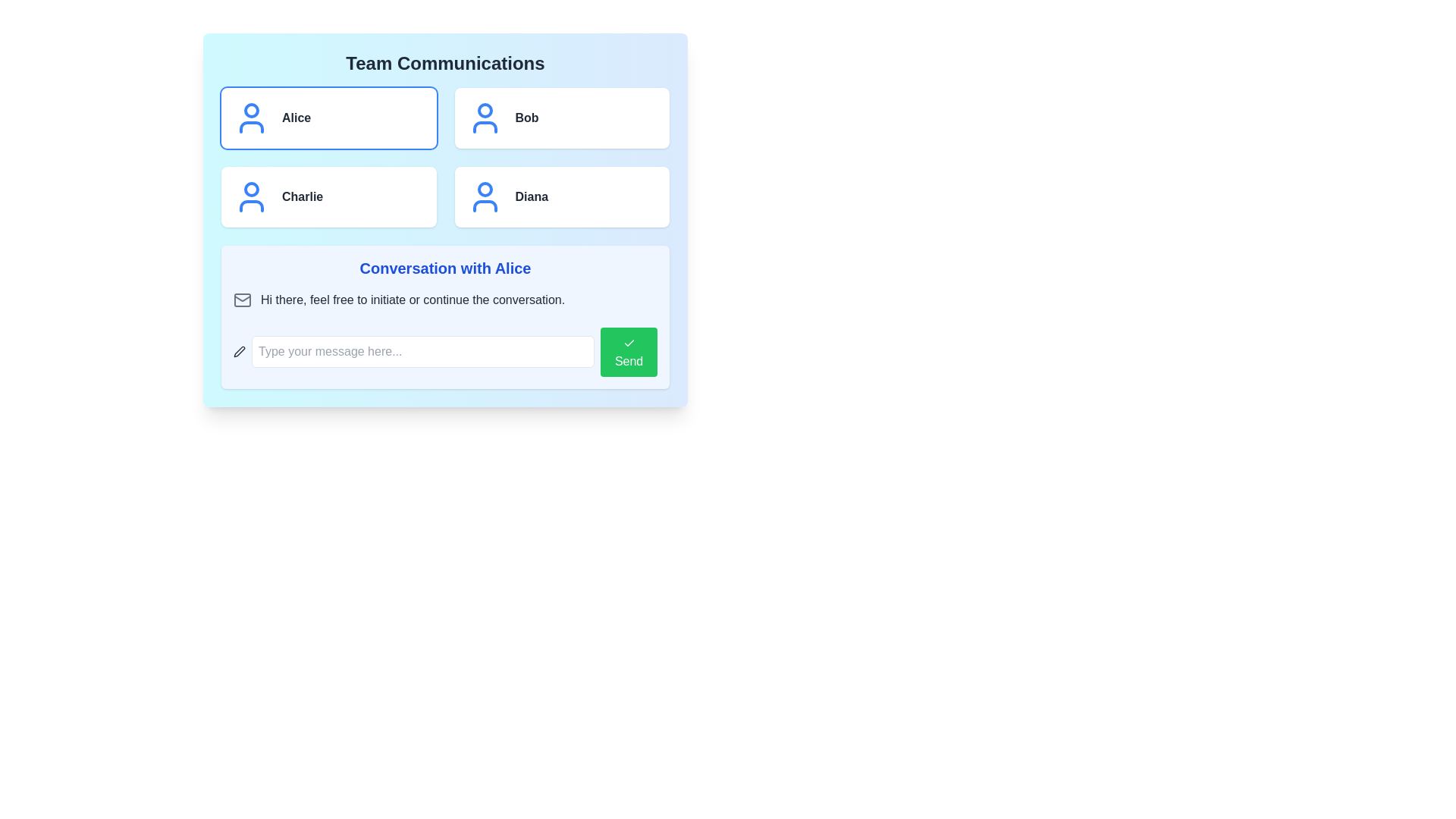  What do you see at coordinates (413, 300) in the screenshot?
I see `the text label providing a welcoming or guiding message in the chat interface, located below the header 'Conversation with Alice' and aligned with the envelope icon` at bounding box center [413, 300].